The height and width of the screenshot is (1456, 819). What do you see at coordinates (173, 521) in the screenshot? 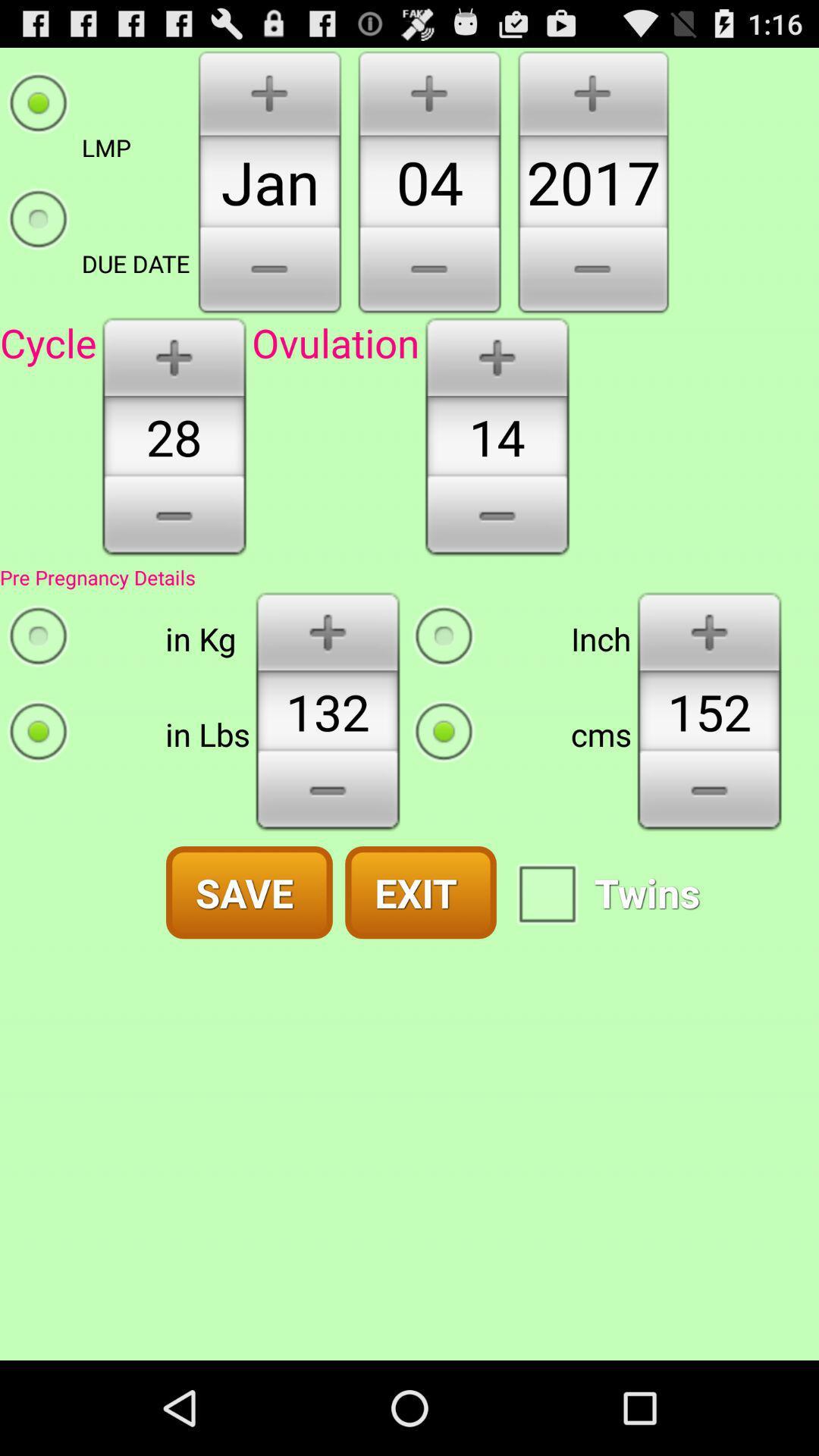
I see `reduce by one` at bounding box center [173, 521].